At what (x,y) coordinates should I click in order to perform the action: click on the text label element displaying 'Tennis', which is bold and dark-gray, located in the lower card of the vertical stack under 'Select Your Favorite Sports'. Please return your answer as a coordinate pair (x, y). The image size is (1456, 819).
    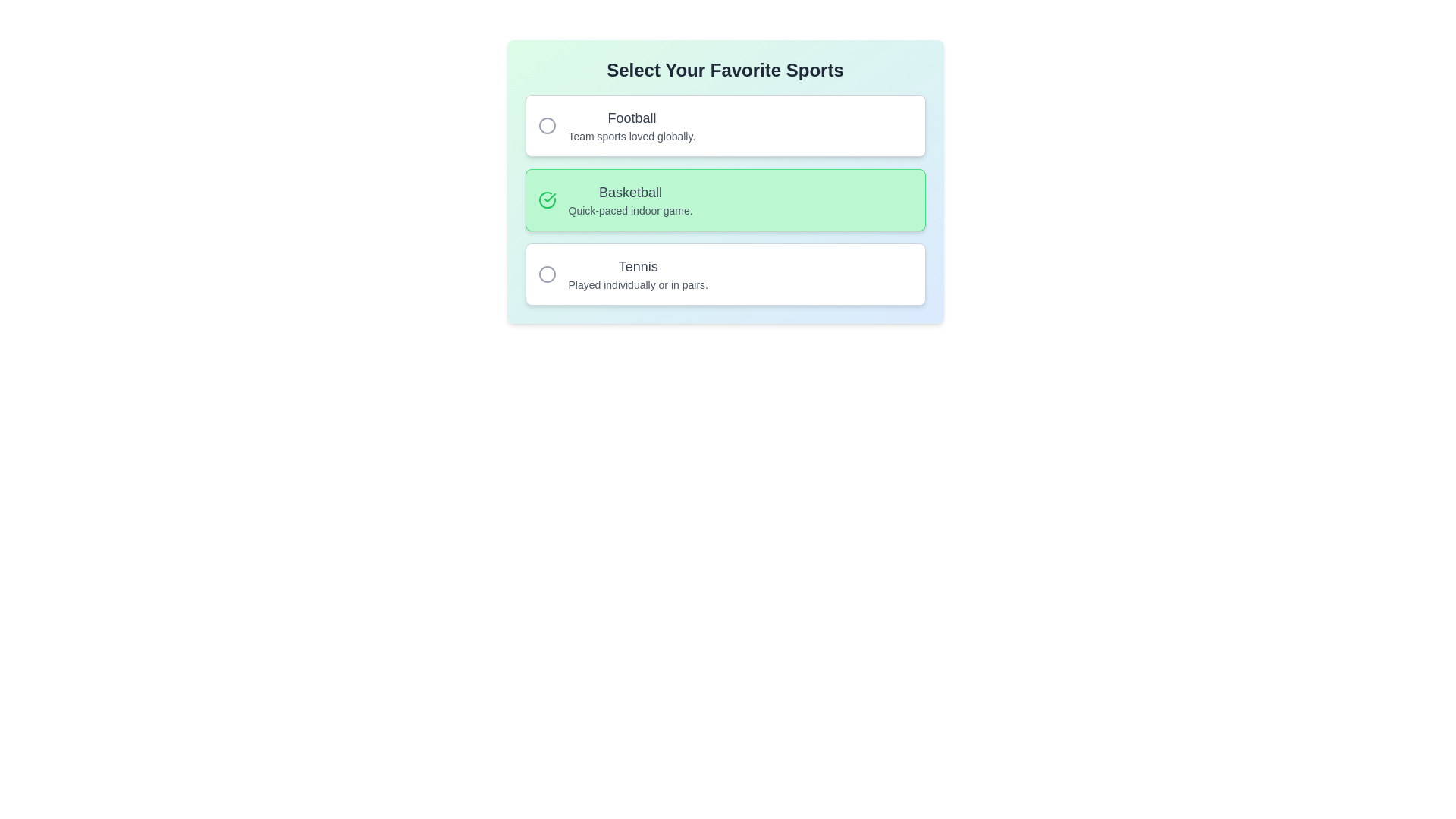
    Looking at the image, I should click on (638, 265).